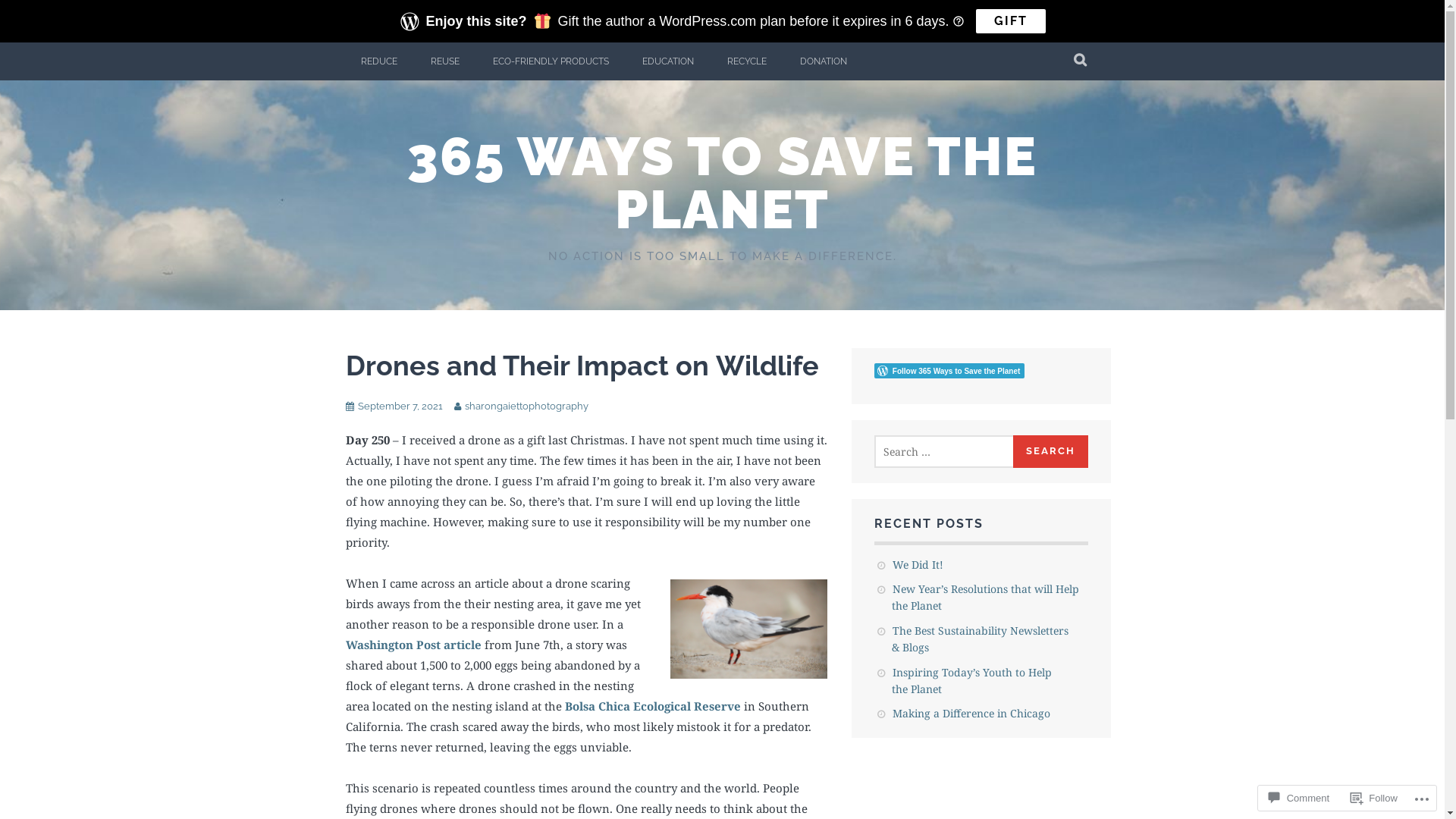 The width and height of the screenshot is (1456, 819). What do you see at coordinates (1011, 20) in the screenshot?
I see `'GIFT'` at bounding box center [1011, 20].